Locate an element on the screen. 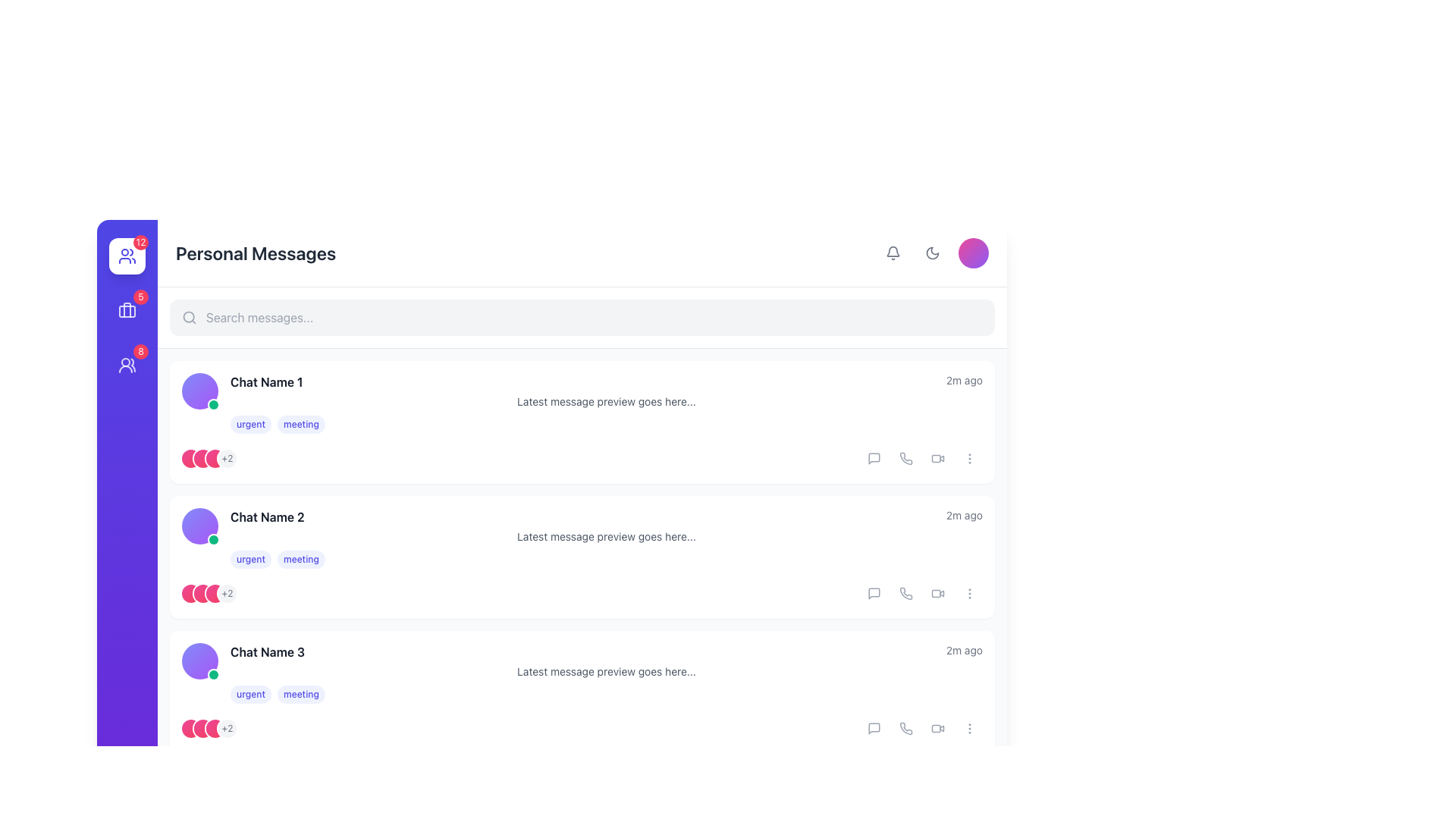 This screenshot has height=819, width=1456. the circular badge with a light gray background containing the text '+2', located to the left of the message preview text in the second chat entry, following three overlapping pink gradient circles is located at coordinates (208, 593).